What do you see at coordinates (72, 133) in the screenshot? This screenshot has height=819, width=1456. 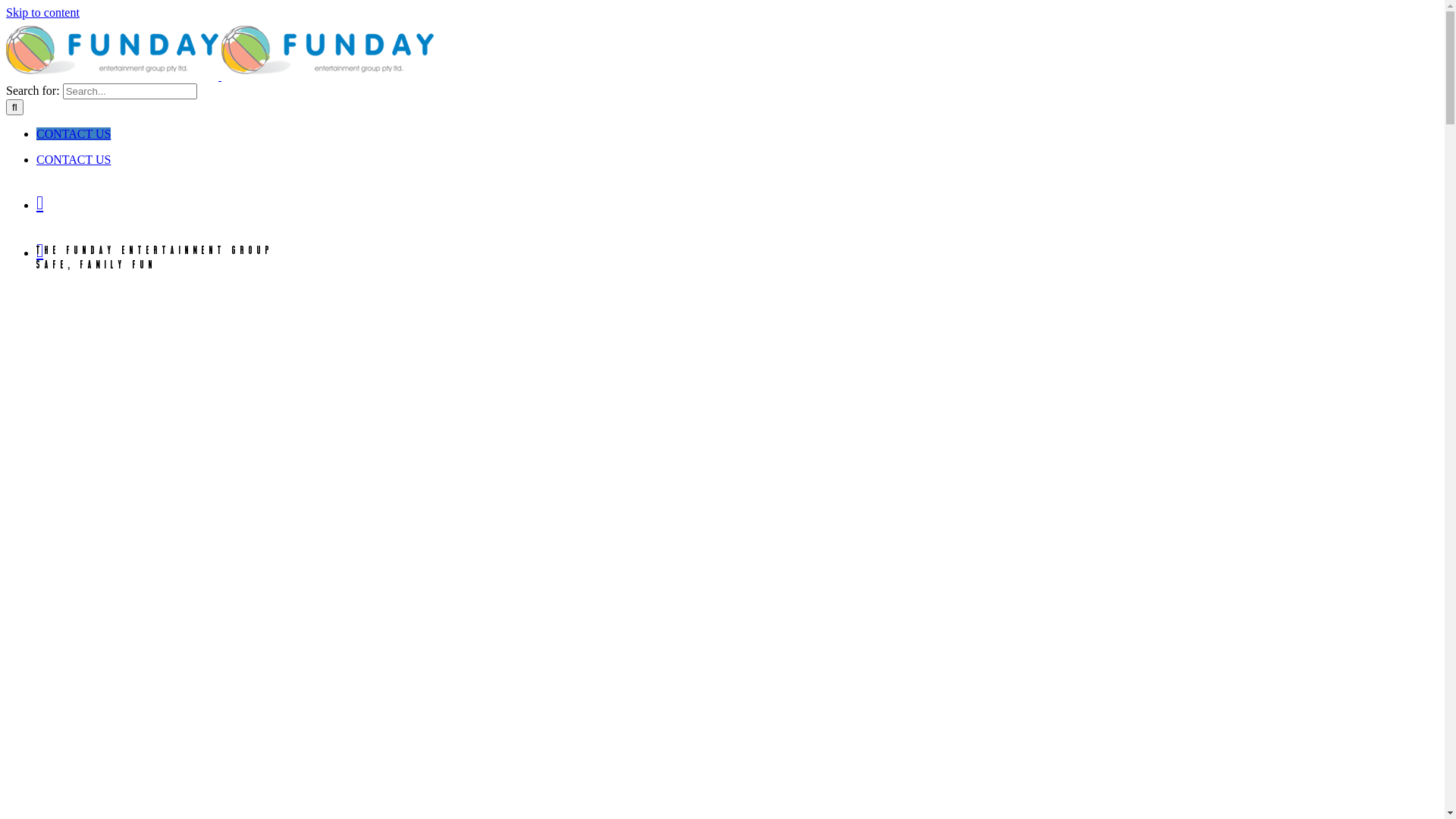 I see `'CONTACT US'` at bounding box center [72, 133].